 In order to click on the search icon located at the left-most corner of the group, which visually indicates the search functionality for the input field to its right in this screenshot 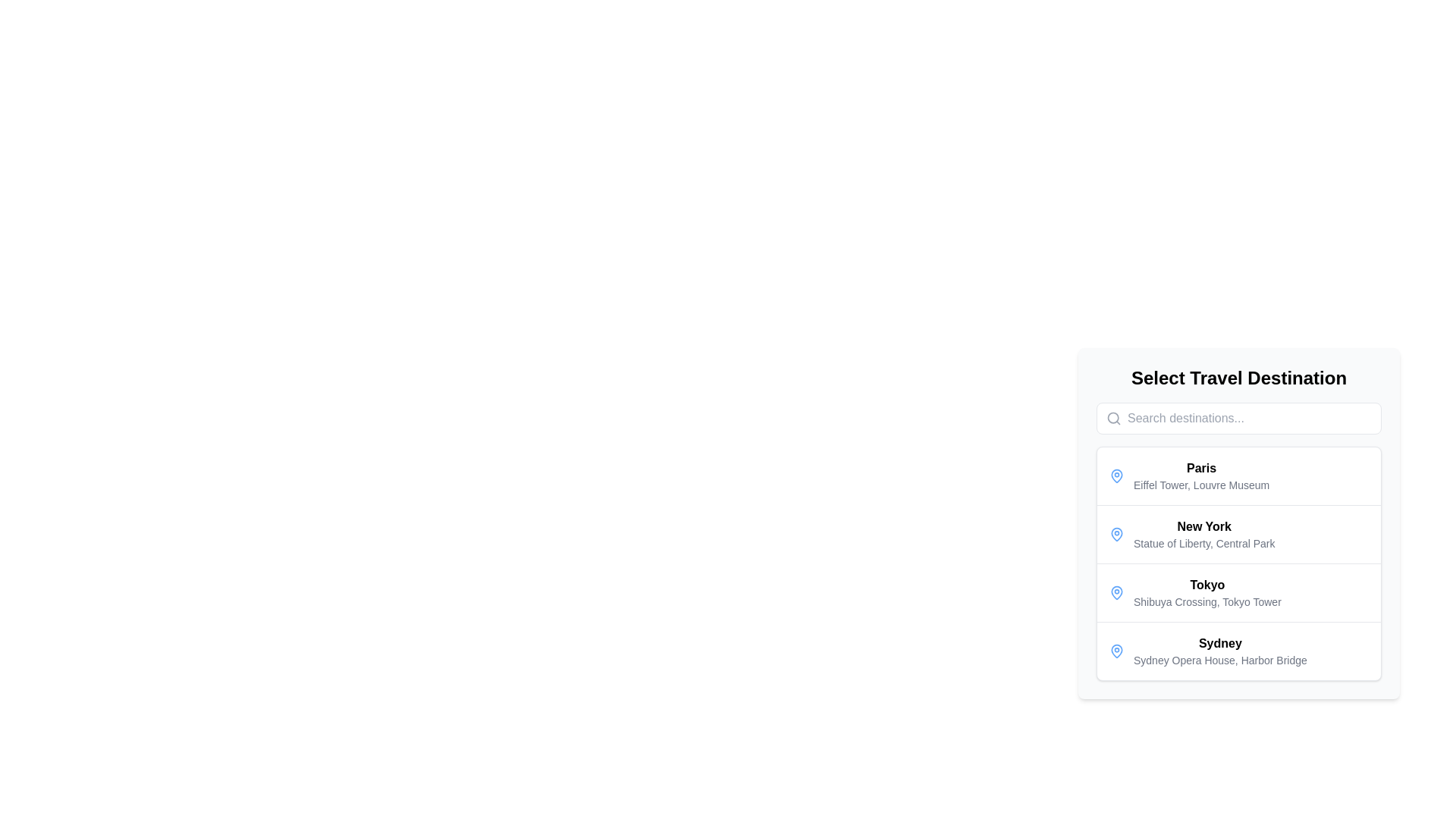, I will do `click(1113, 418)`.